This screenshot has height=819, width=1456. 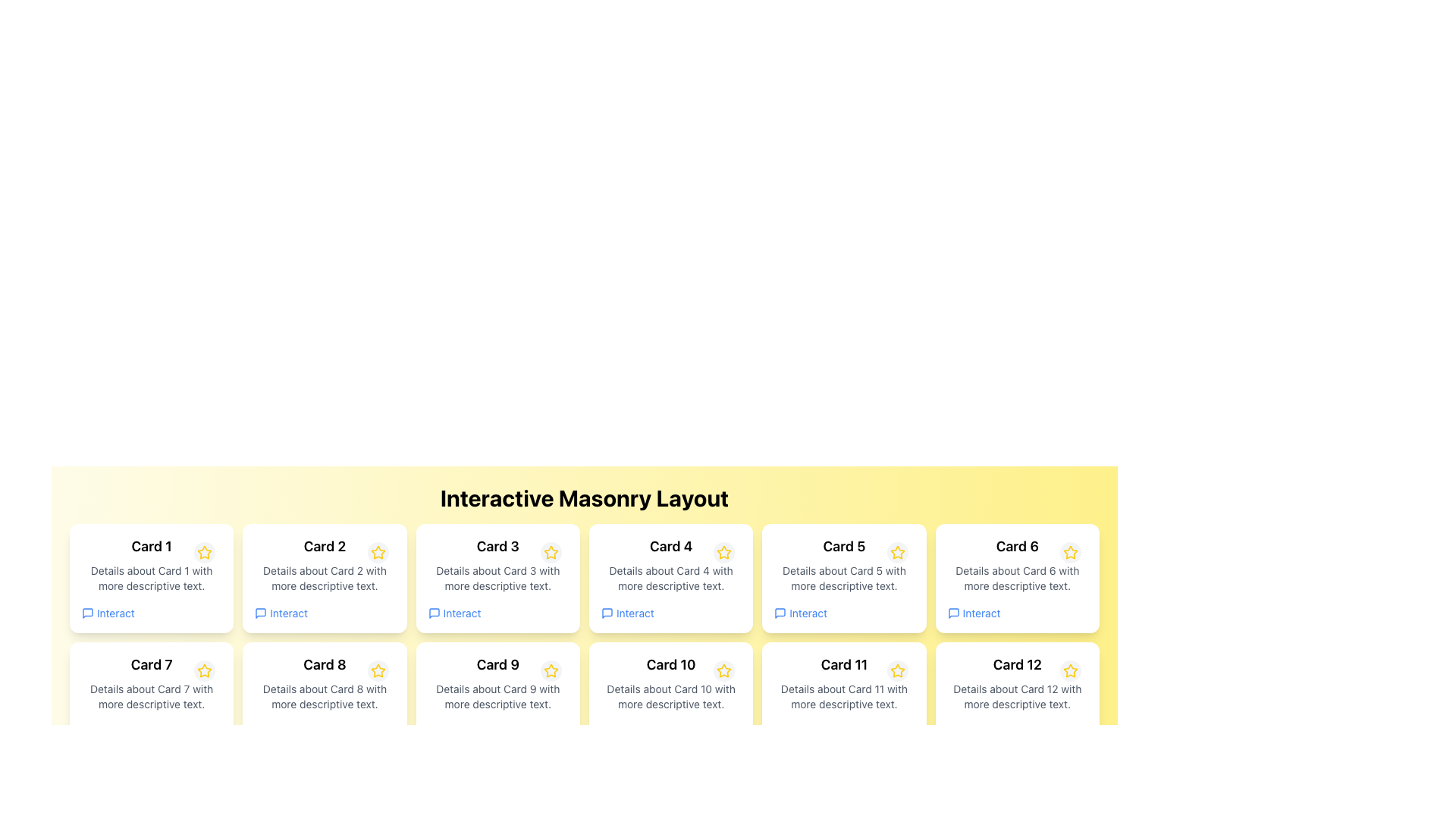 I want to click on the yellow star icon located at the top-right corner of 'Card 3', so click(x=550, y=553).